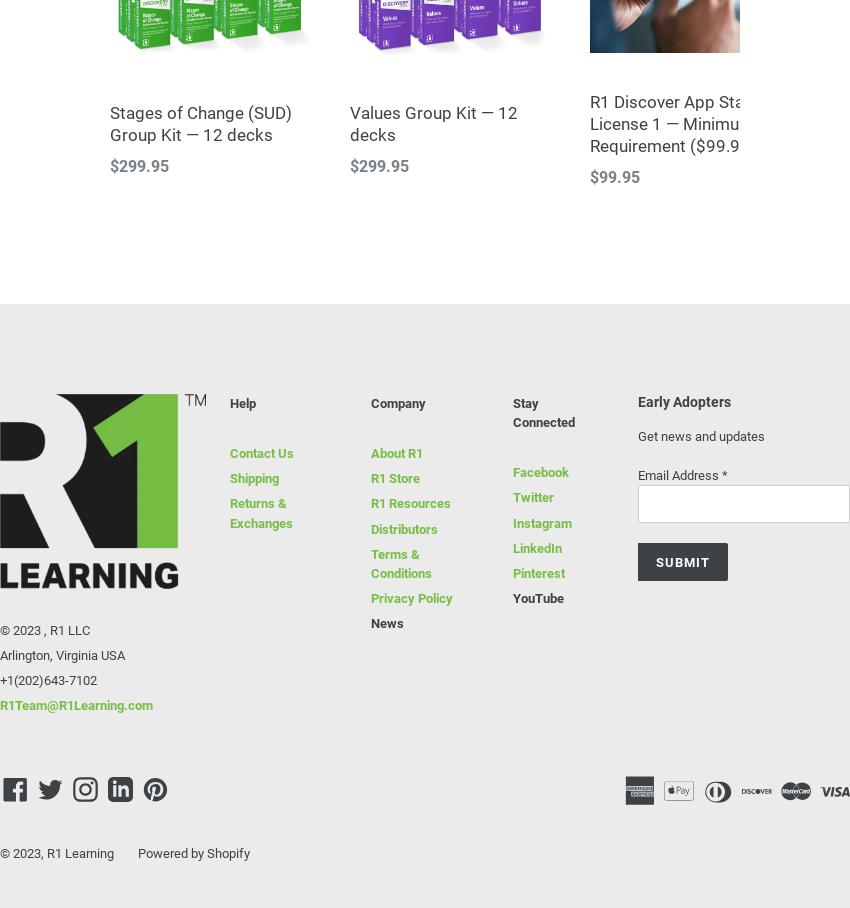 This screenshot has width=850, height=908. What do you see at coordinates (397, 452) in the screenshot?
I see `'About R1'` at bounding box center [397, 452].